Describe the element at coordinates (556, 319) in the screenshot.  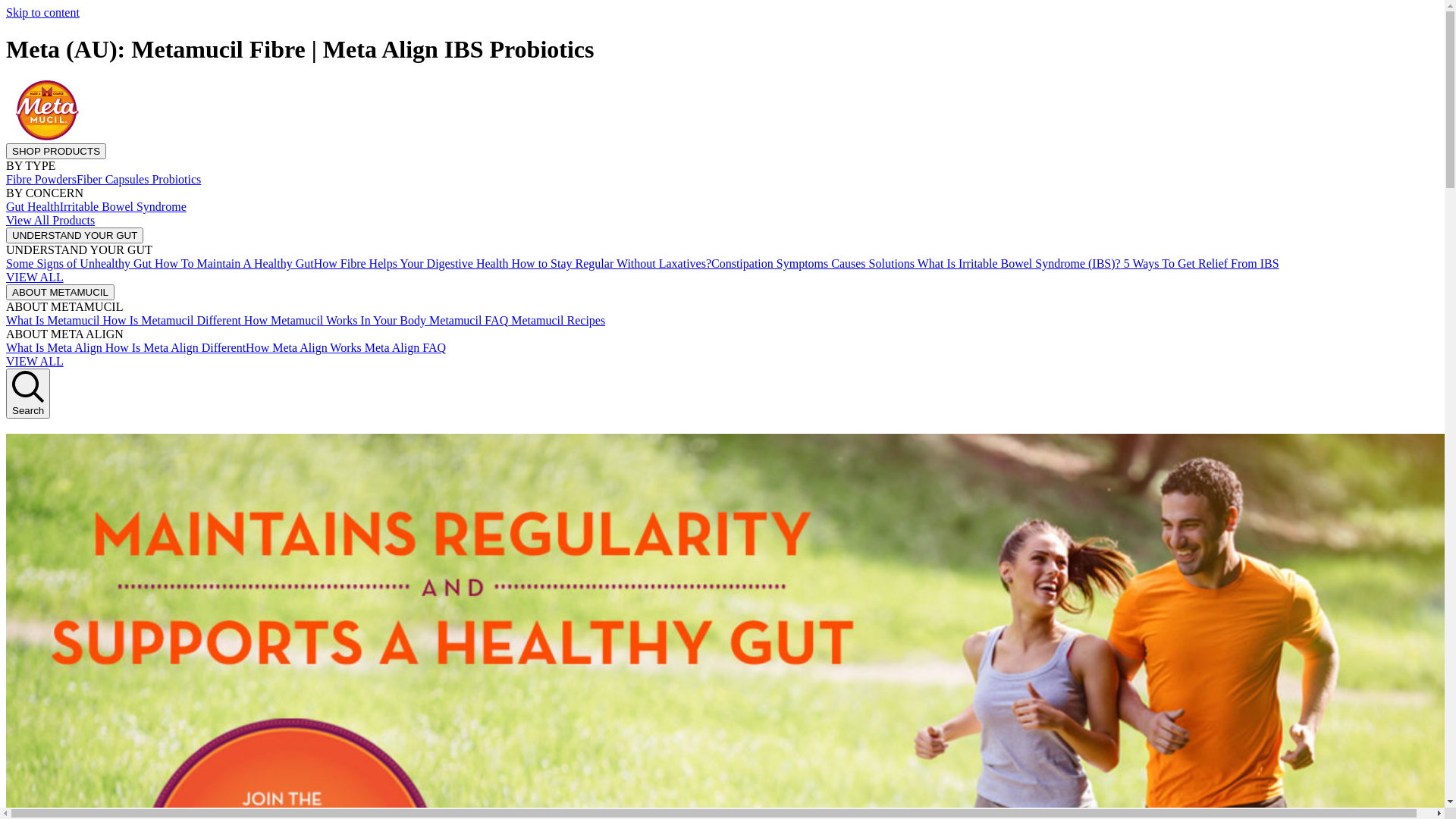
I see `'Metamucil Recipes'` at that location.